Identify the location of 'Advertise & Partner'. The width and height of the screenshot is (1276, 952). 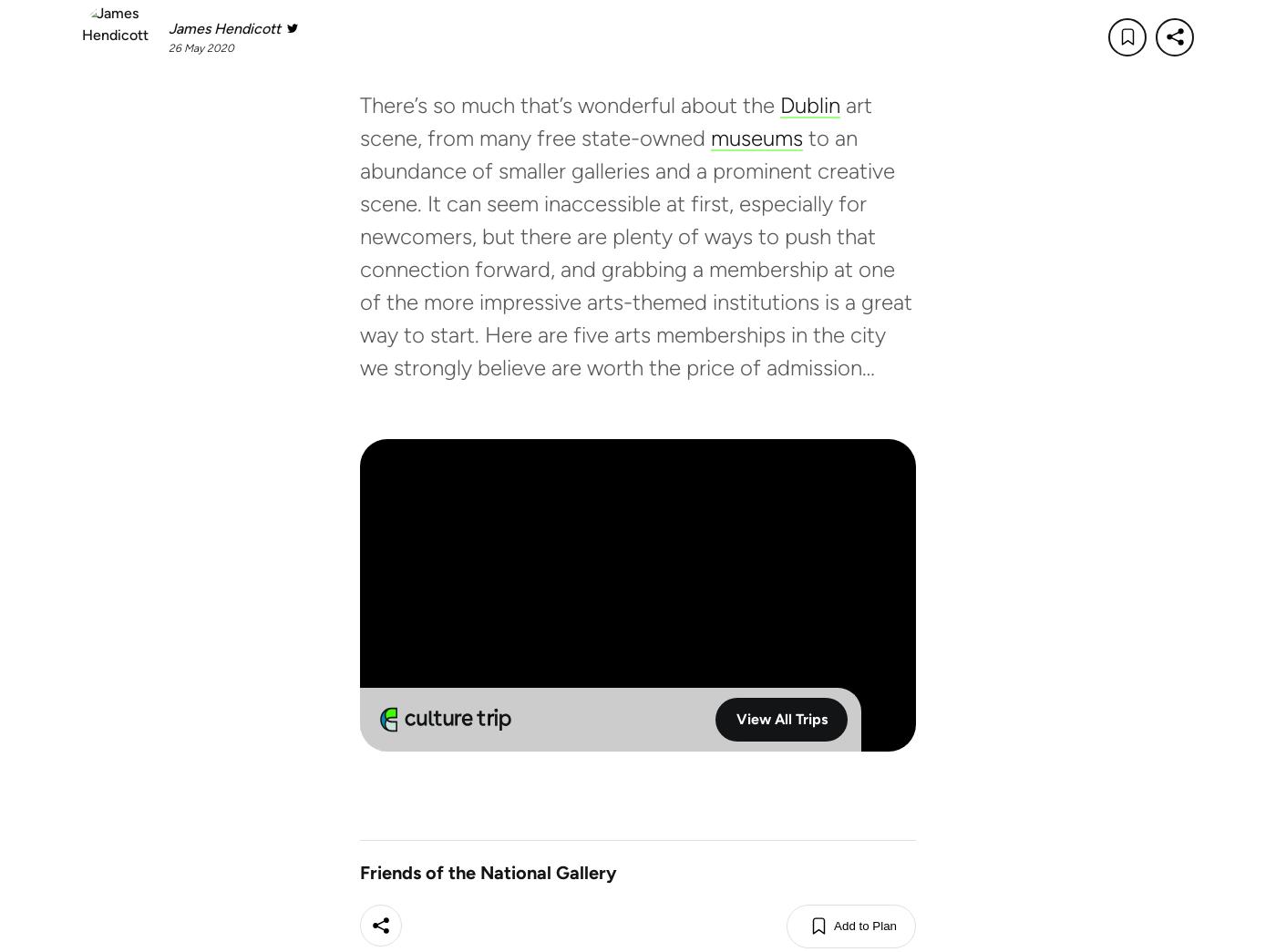
(799, 813).